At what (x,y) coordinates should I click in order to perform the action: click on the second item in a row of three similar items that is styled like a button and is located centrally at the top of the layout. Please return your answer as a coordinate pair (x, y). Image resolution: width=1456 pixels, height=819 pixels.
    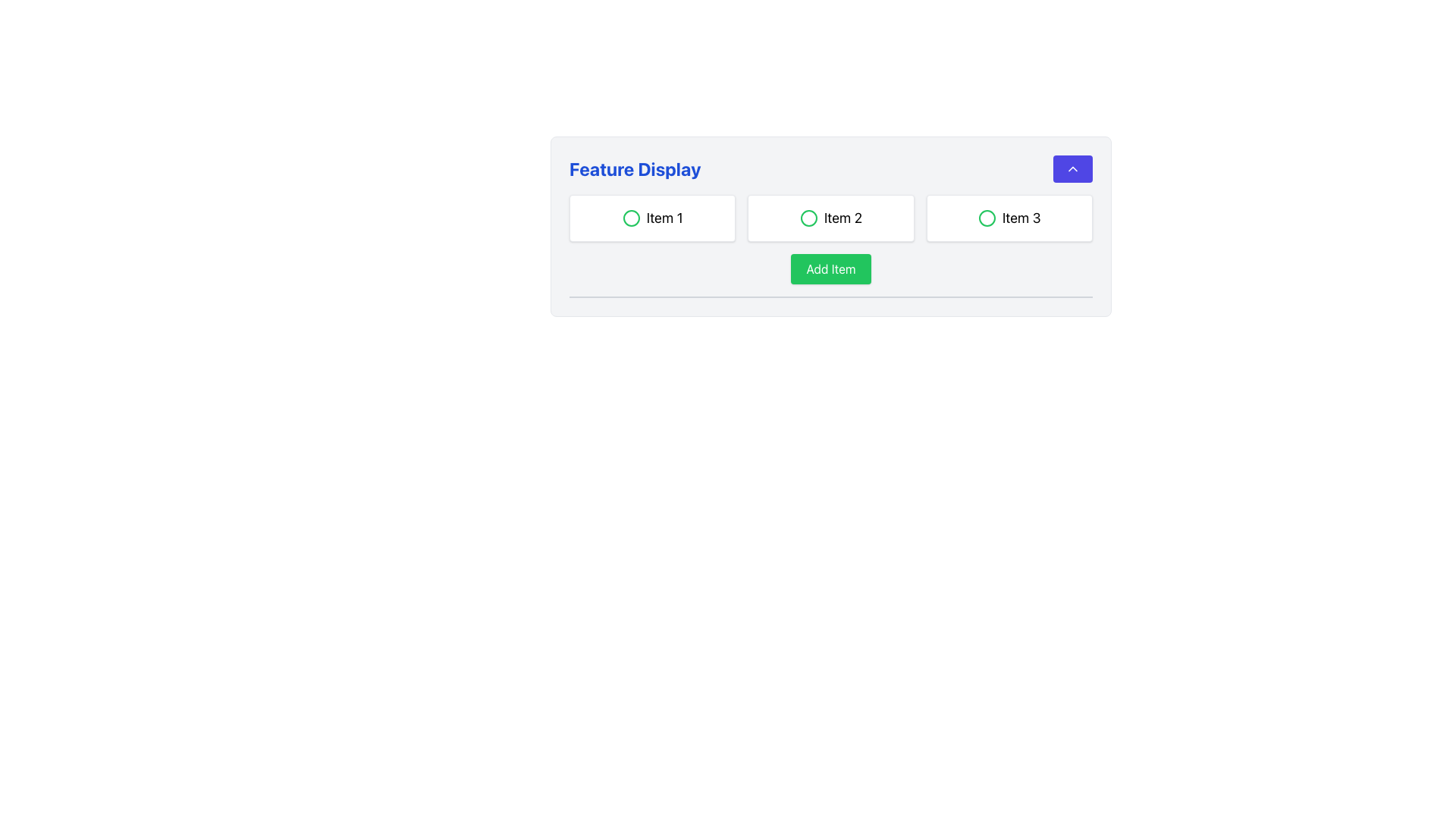
    Looking at the image, I should click on (830, 218).